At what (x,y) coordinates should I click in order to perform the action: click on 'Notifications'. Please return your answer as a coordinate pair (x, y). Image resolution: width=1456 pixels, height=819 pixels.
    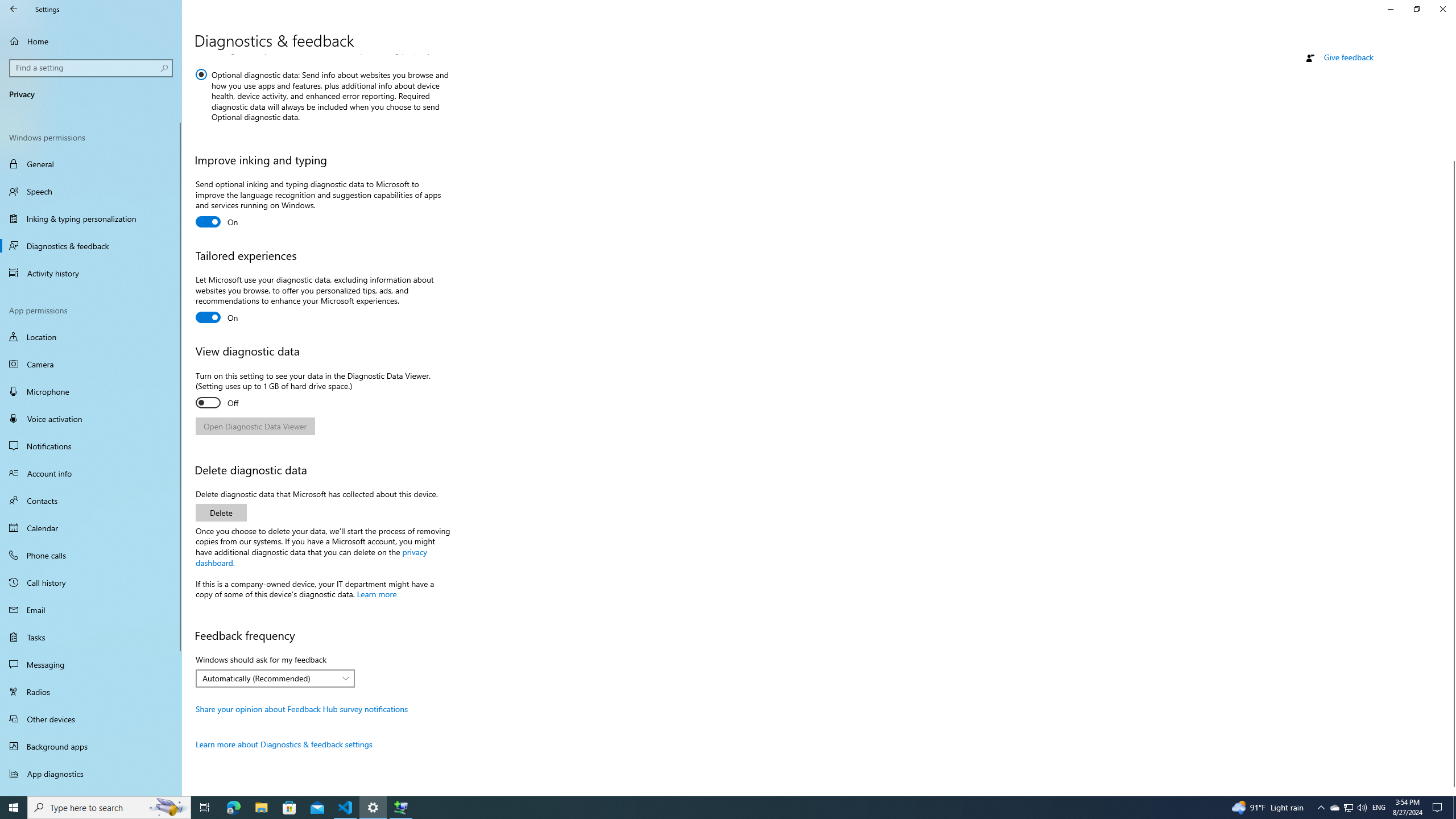
    Looking at the image, I should click on (90, 446).